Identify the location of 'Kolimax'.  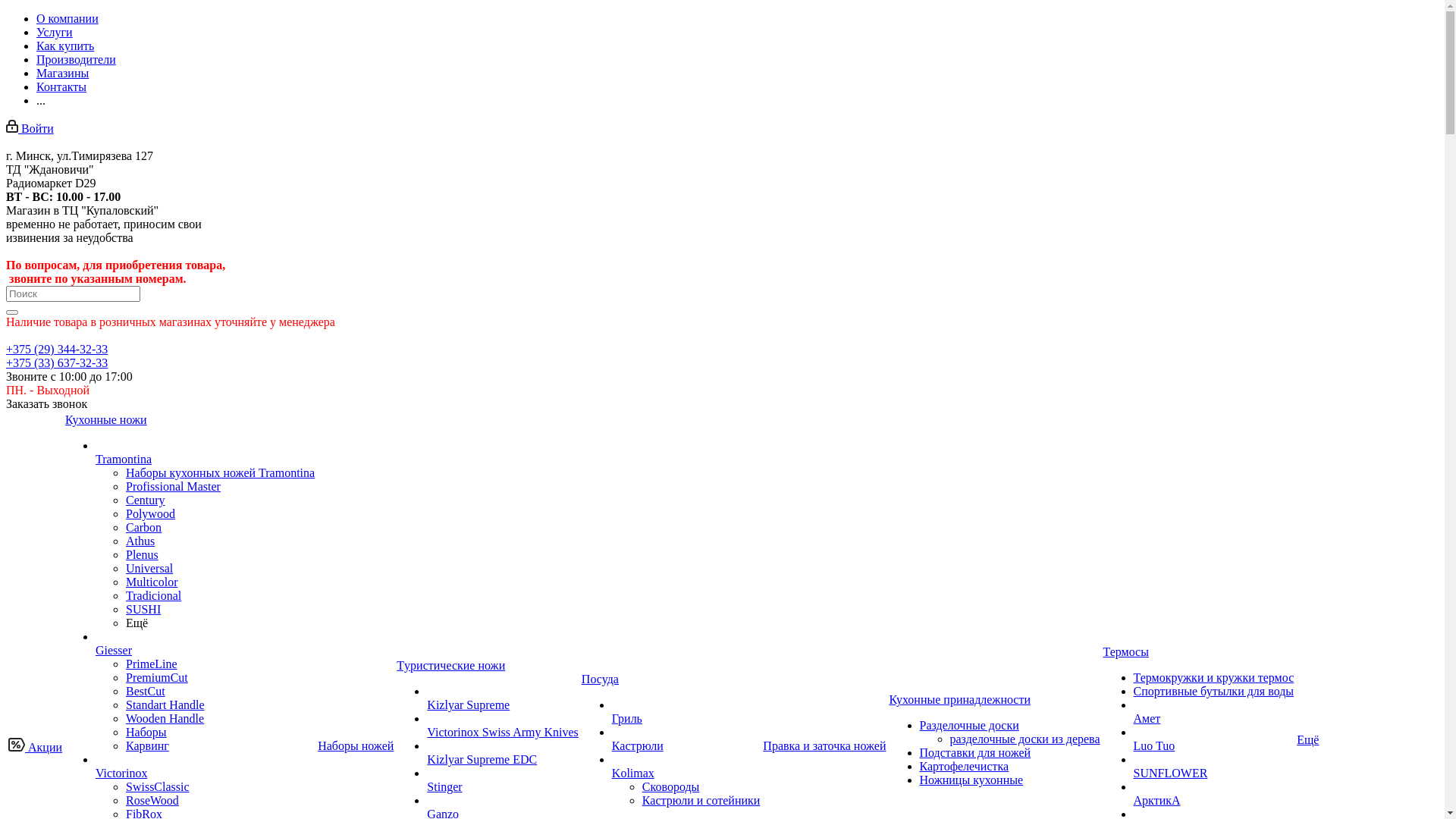
(612, 763).